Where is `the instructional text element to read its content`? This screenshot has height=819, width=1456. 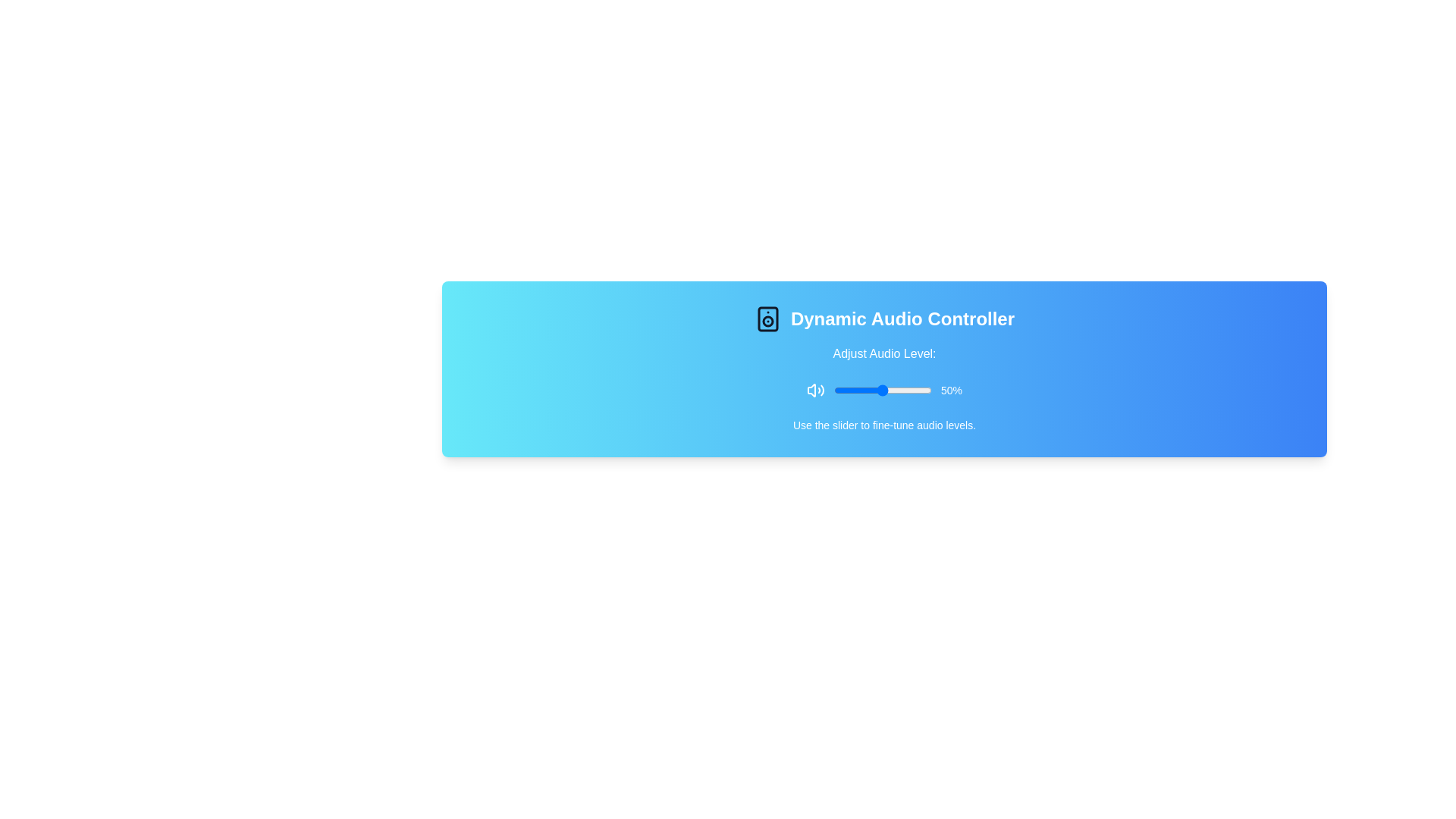 the instructional text element to read its content is located at coordinates (884, 425).